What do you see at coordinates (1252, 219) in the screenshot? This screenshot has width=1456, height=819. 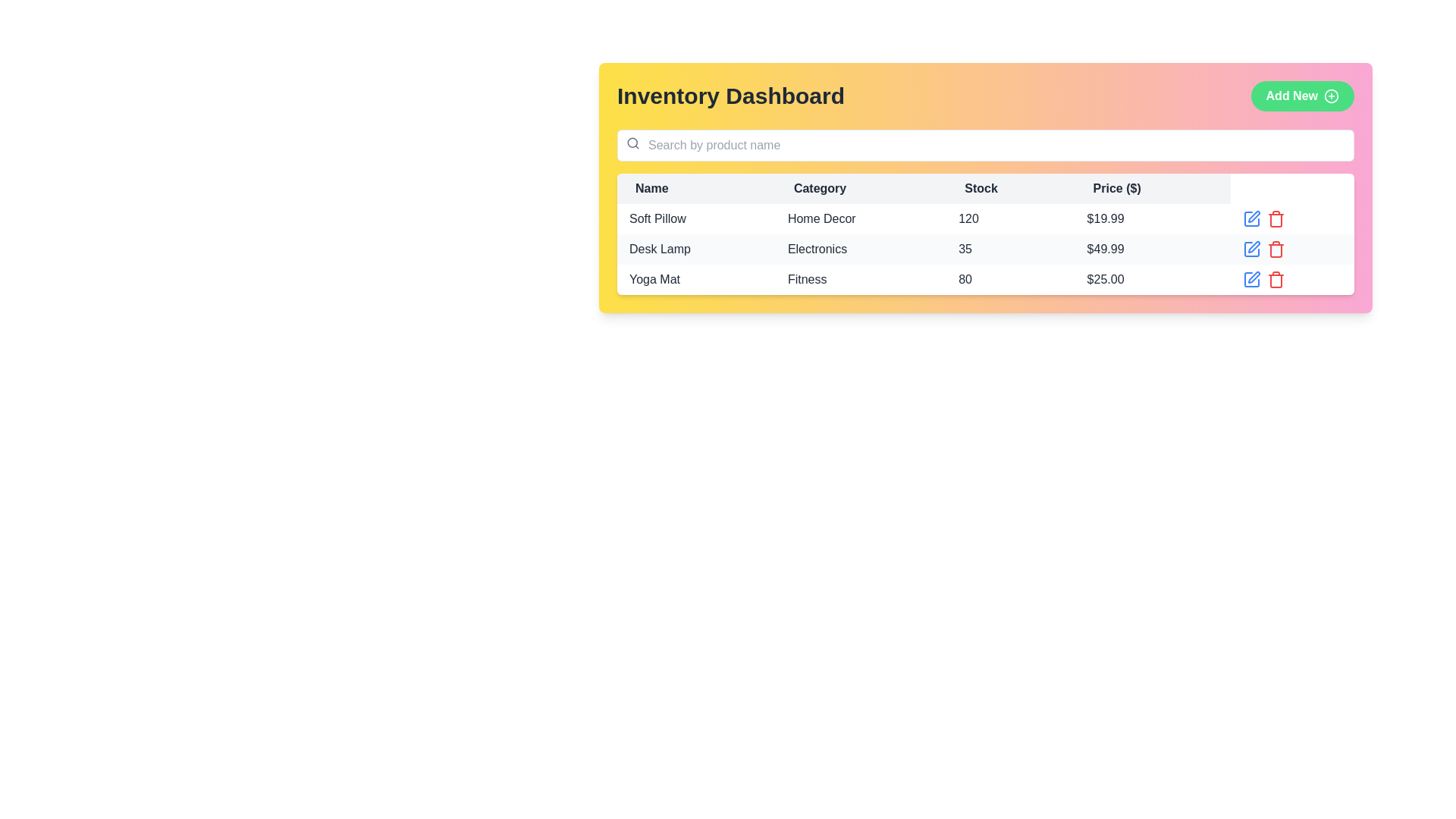 I see `the Edit Icon located in the lower-right corner of the table for the 'Desk Lamp' entry to initiate editing` at bounding box center [1252, 219].